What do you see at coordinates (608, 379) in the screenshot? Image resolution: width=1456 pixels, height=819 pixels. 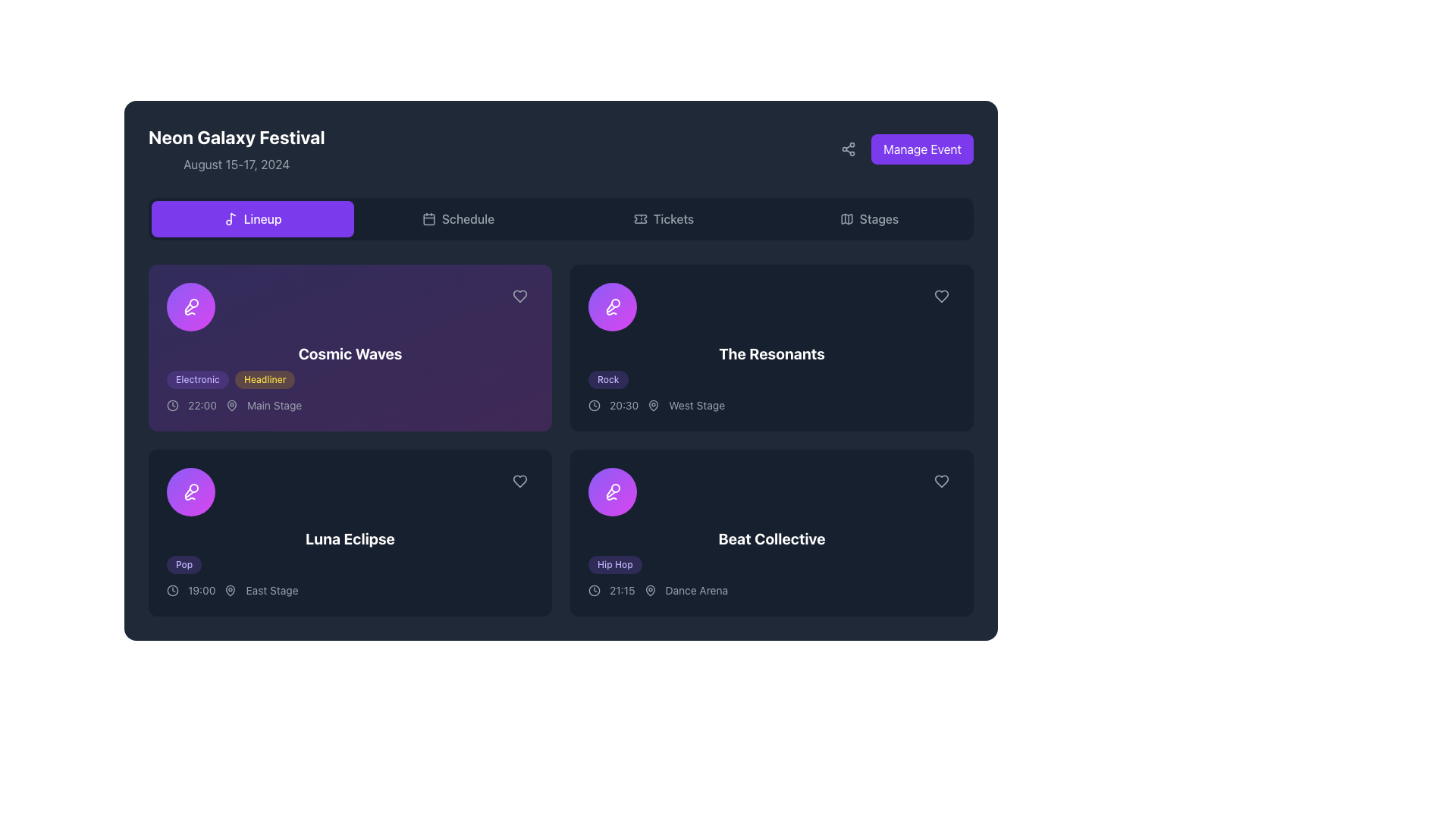 I see `the category or genre label for the performance 'The Resonants' in the 'Neon Galaxy Festival' interface, located below the performance name` at bounding box center [608, 379].